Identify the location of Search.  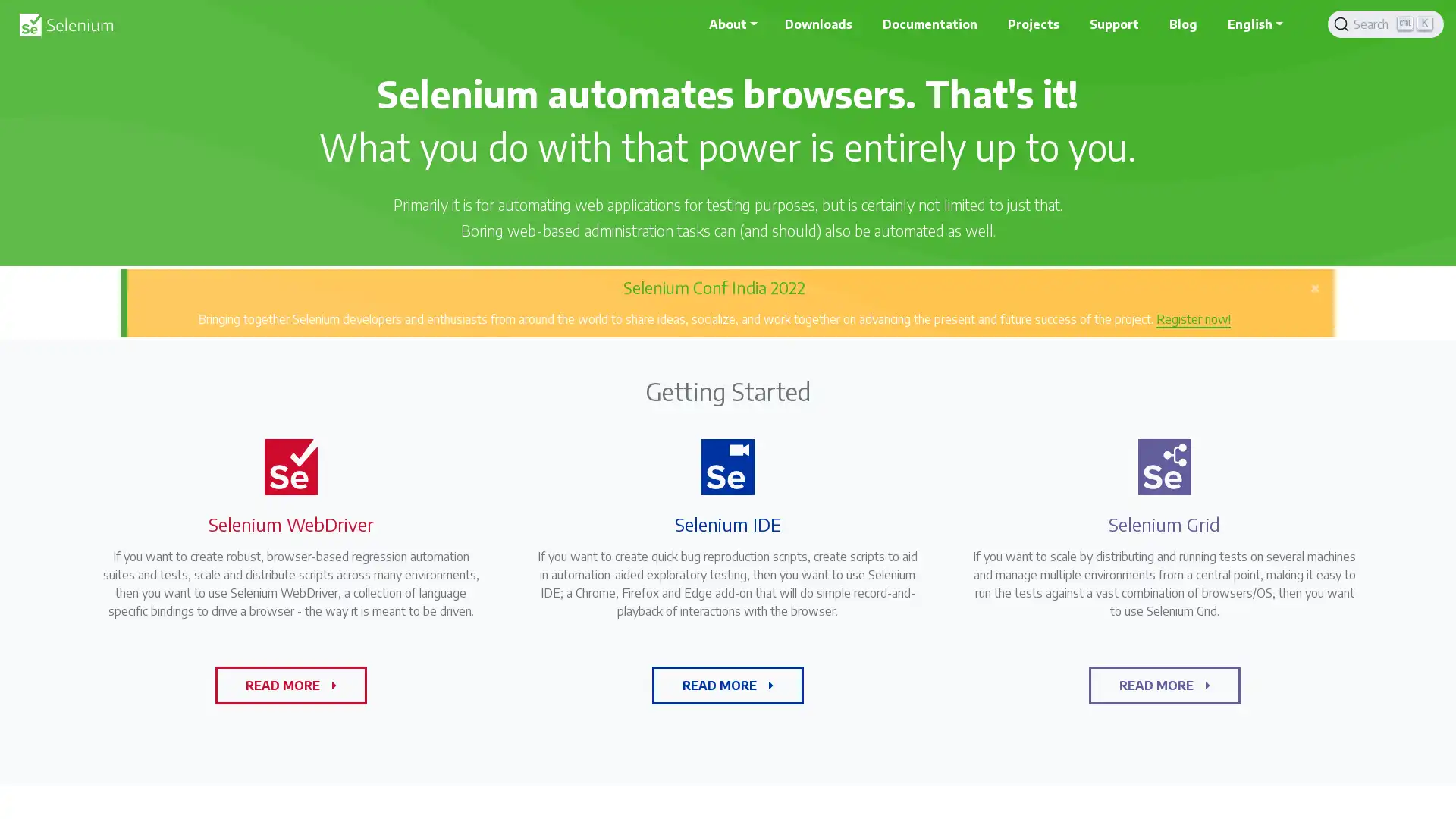
(1385, 24).